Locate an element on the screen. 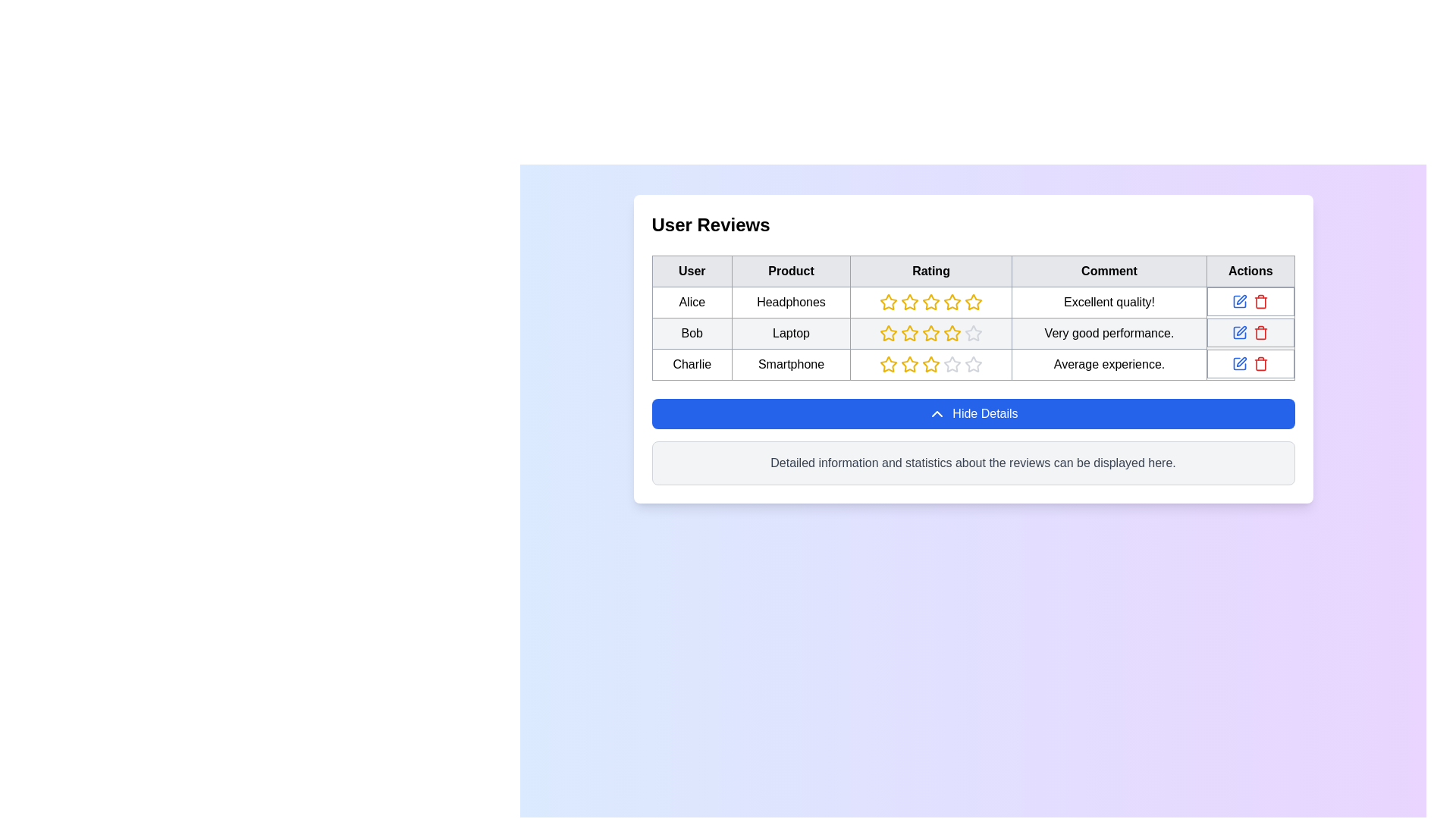 Image resolution: width=1456 pixels, height=819 pixels. the third rating star icon in the rating row for user 'Bob' is located at coordinates (888, 332).